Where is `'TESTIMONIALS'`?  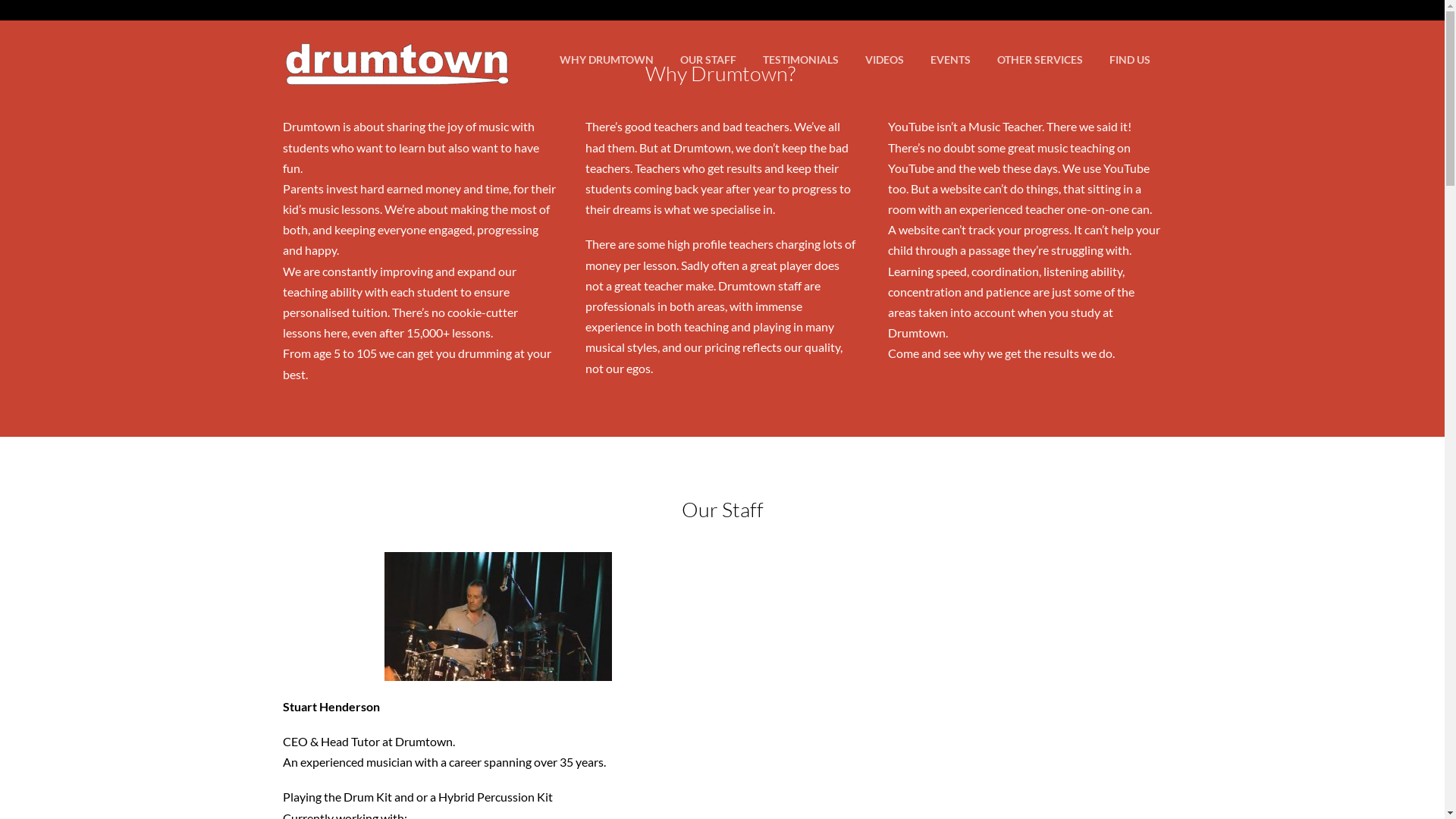
'TESTIMONIALS' is located at coordinates (800, 59).